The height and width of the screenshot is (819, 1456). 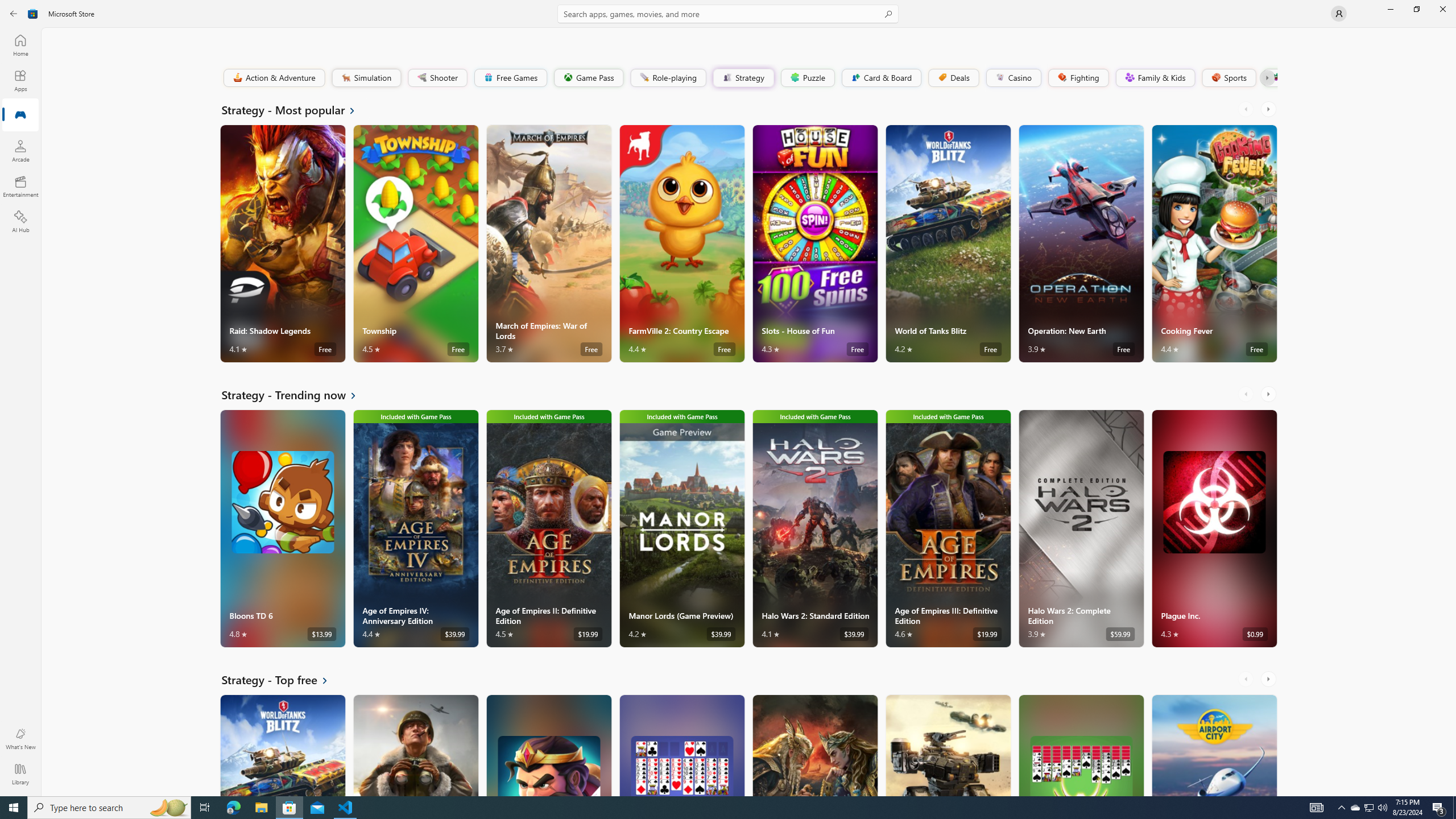 I want to click on 'Fighting', so click(x=1078, y=77).